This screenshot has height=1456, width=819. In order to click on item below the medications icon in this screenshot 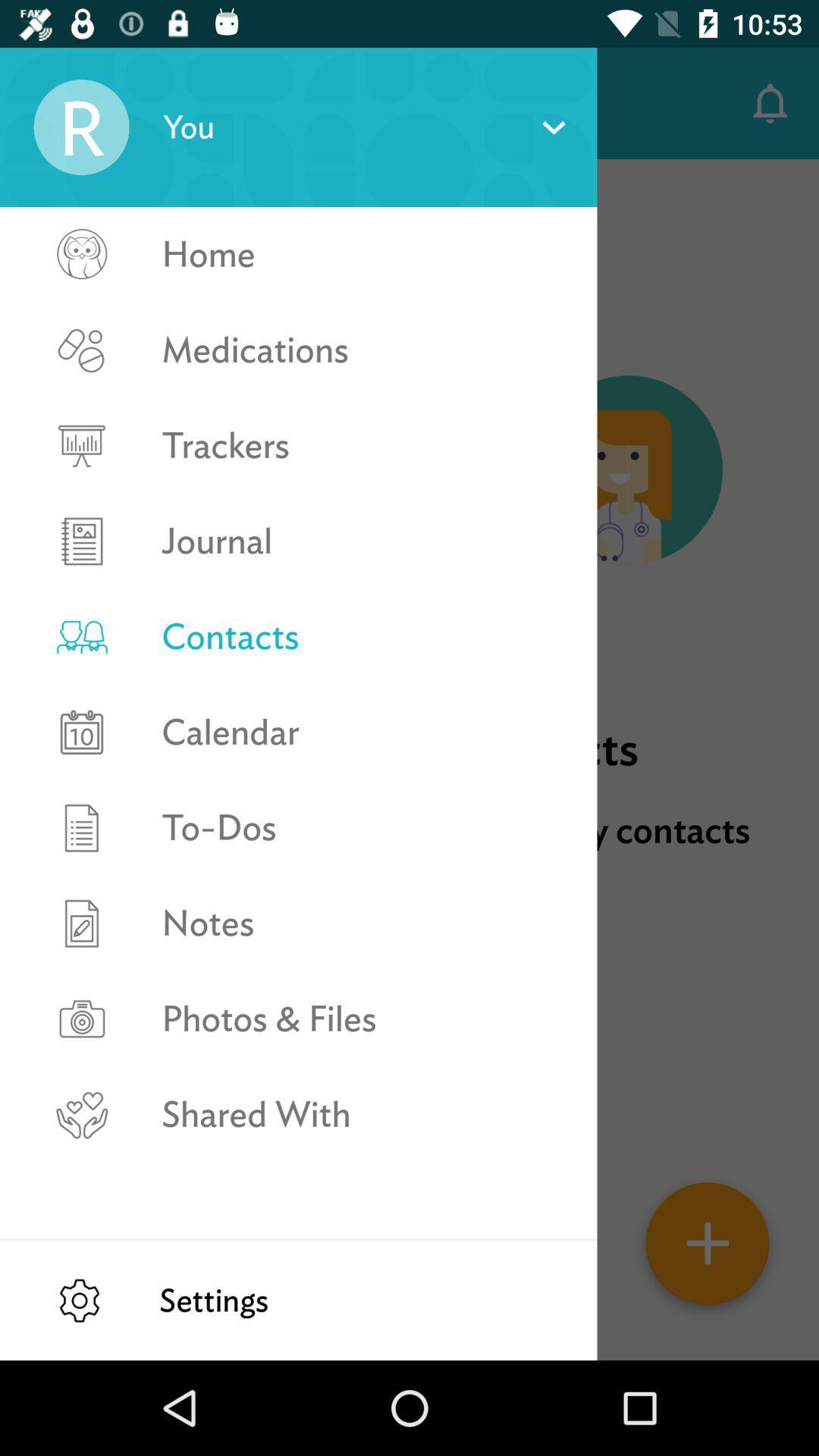, I will do `click(363, 444)`.